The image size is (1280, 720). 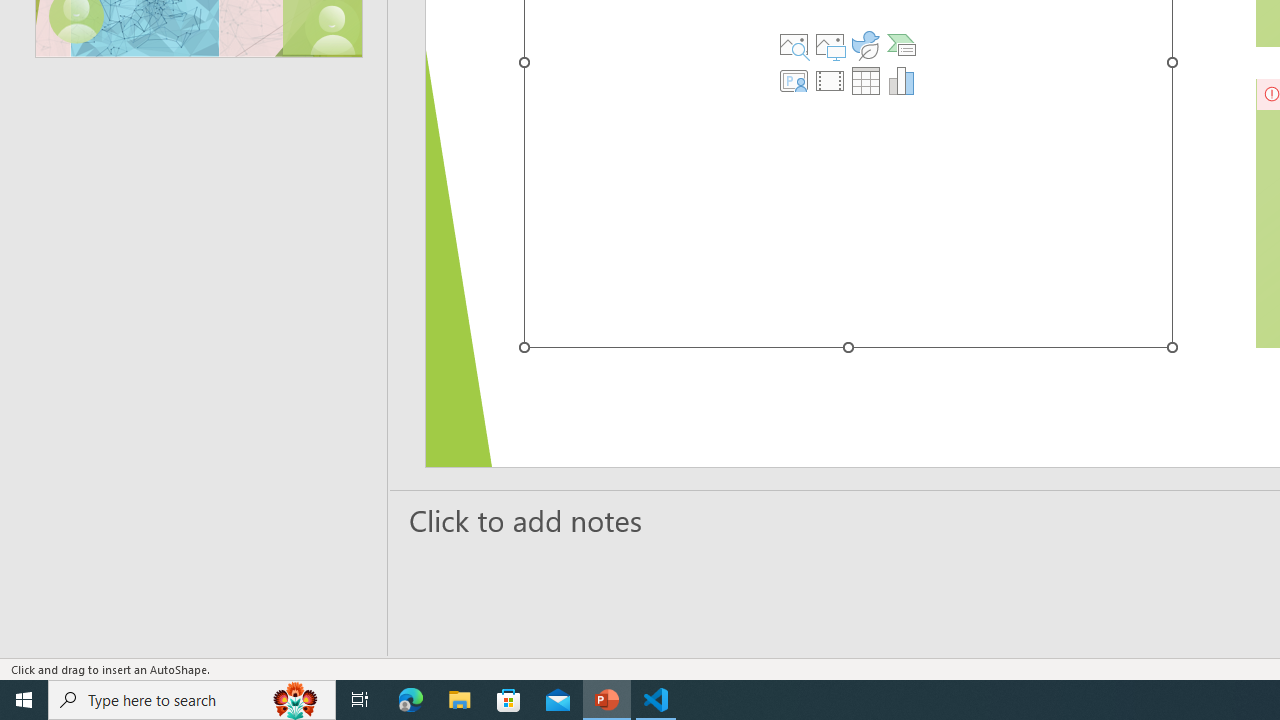 I want to click on 'Insert Video', so click(x=830, y=80).